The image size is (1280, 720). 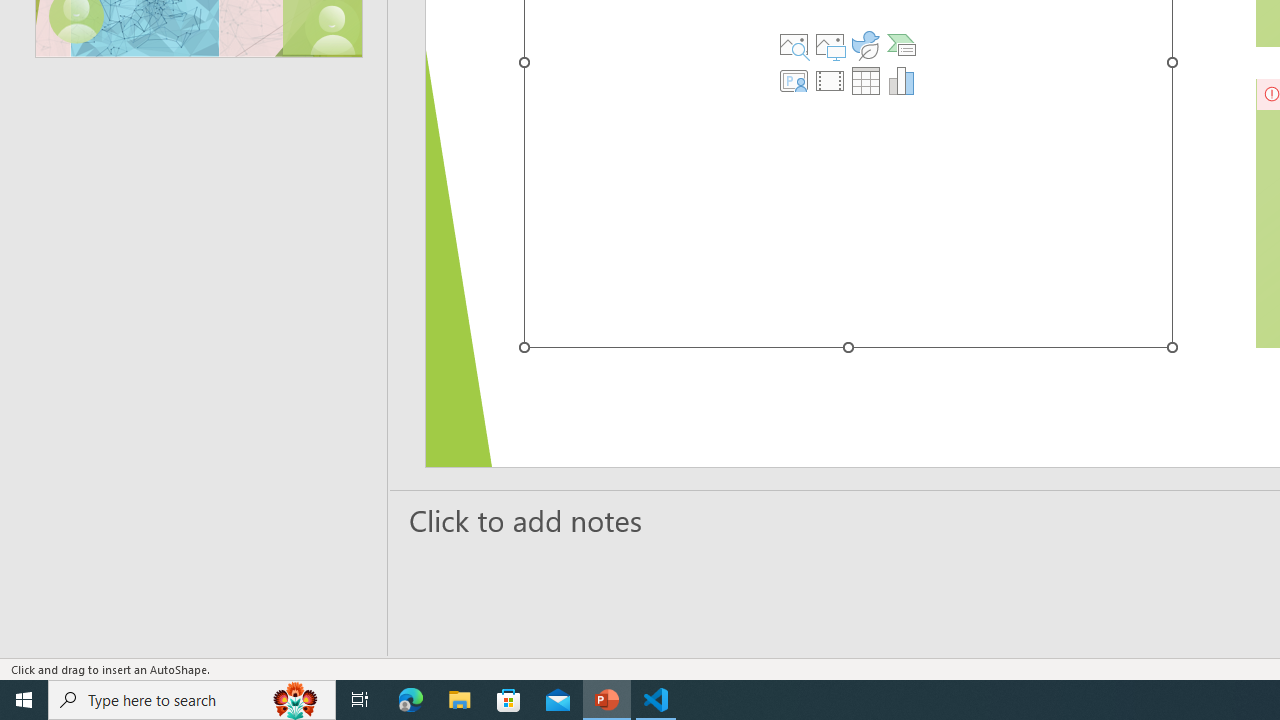 I want to click on 'Insert Video', so click(x=830, y=80).